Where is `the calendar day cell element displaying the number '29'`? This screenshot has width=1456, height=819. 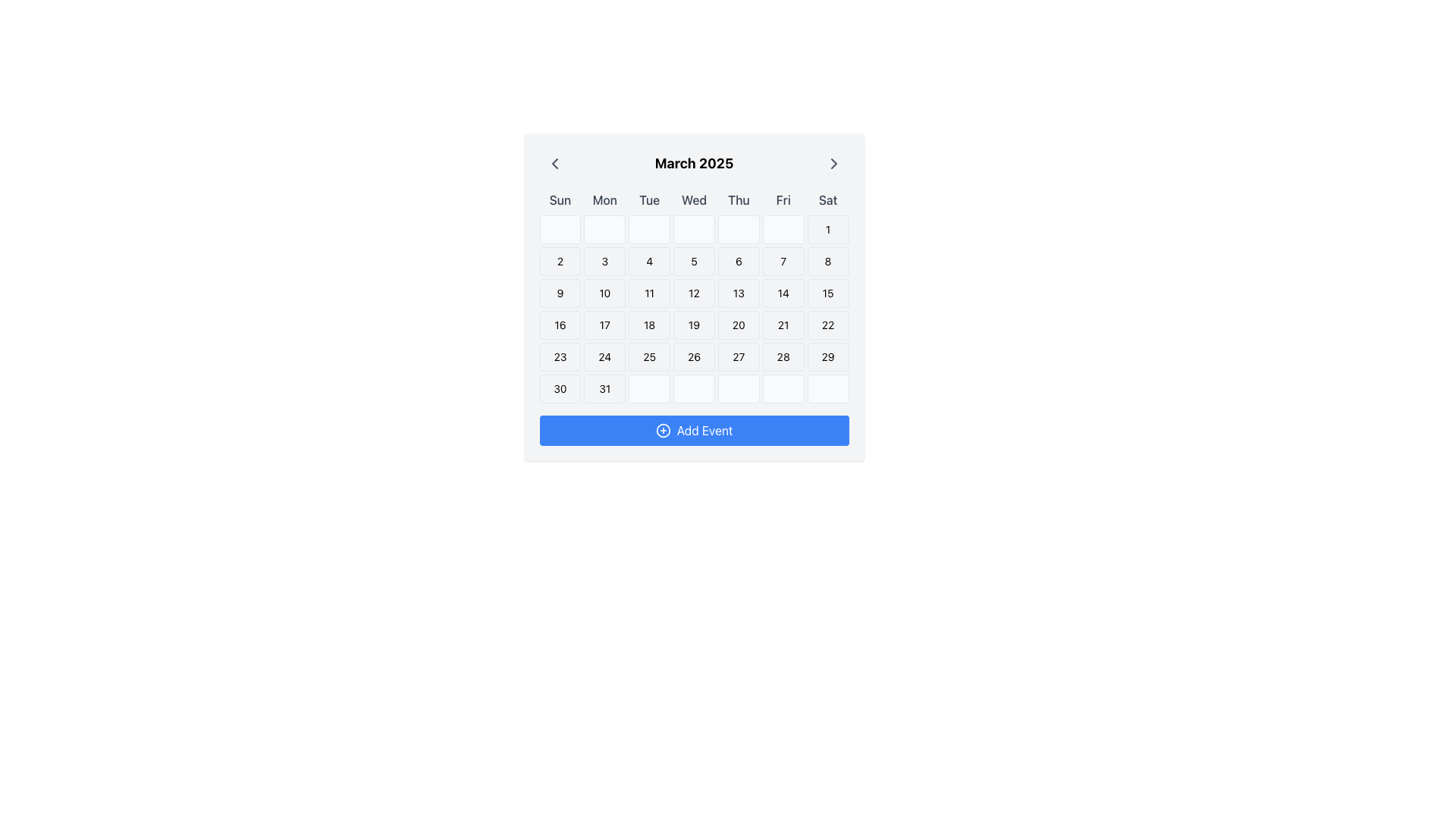
the calendar day cell element displaying the number '29' is located at coordinates (827, 356).